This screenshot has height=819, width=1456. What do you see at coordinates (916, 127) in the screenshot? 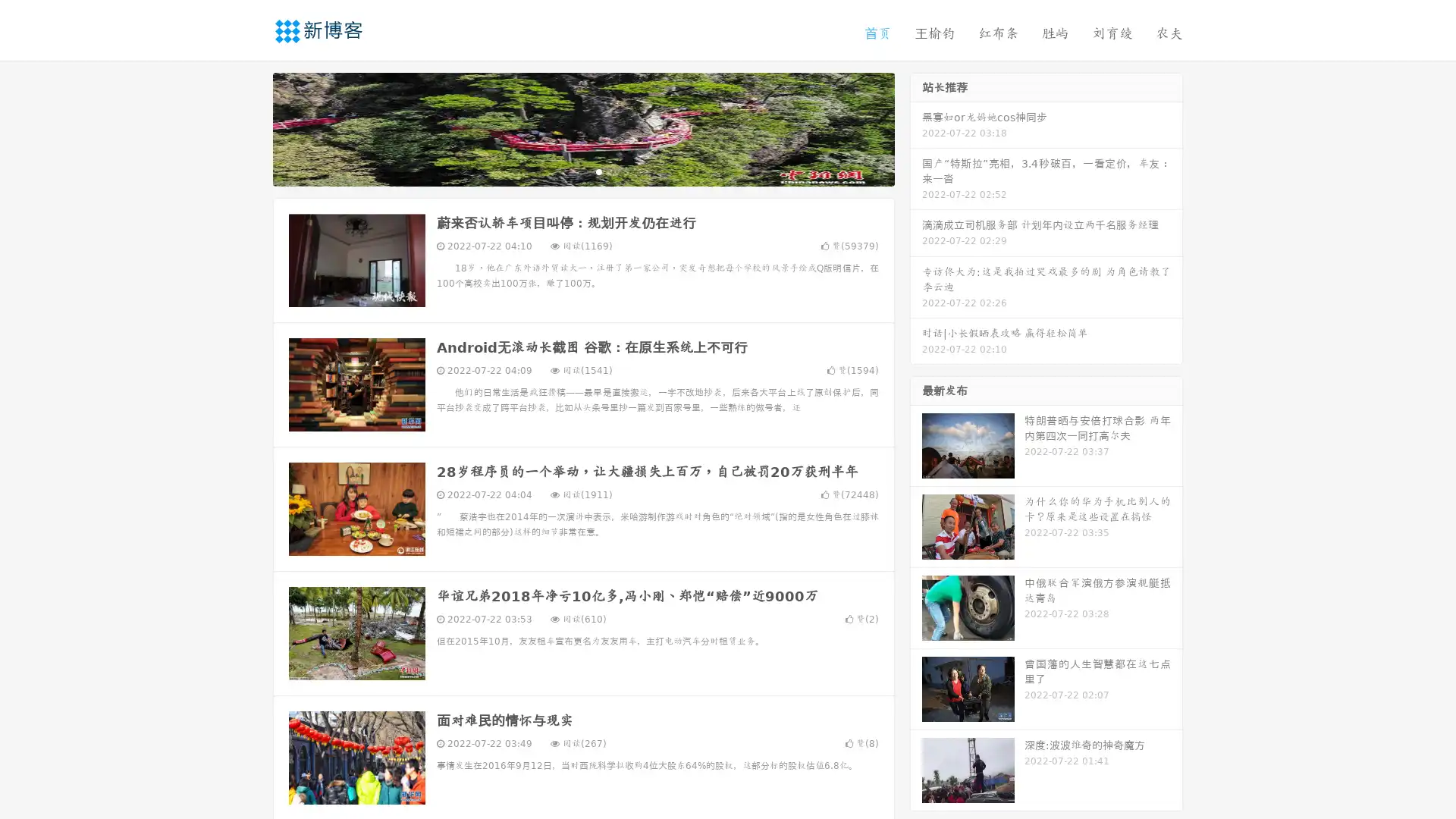
I see `Next slide` at bounding box center [916, 127].